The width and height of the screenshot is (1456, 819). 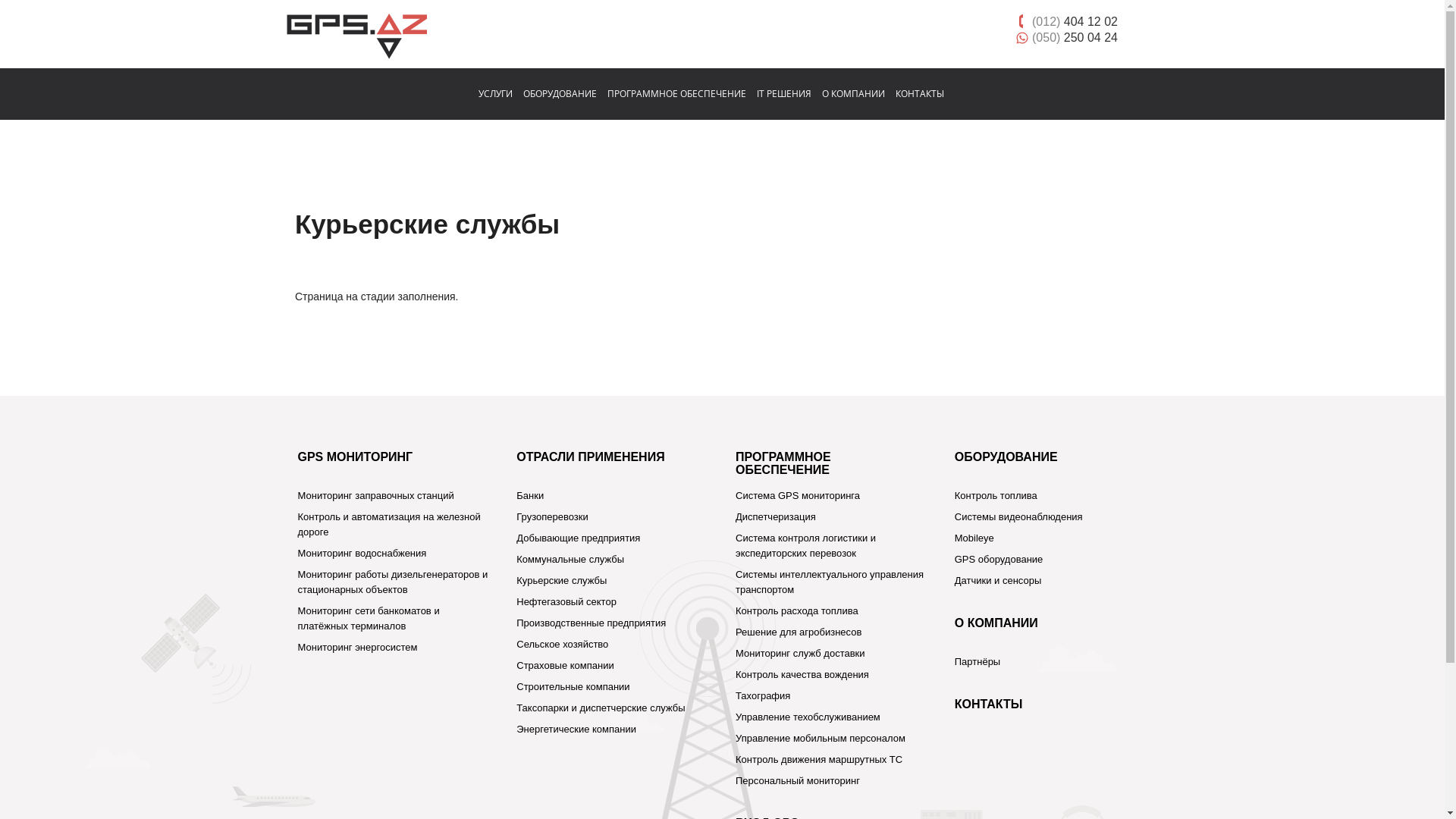 What do you see at coordinates (1074, 36) in the screenshot?
I see `'(050) 250 04 24'` at bounding box center [1074, 36].